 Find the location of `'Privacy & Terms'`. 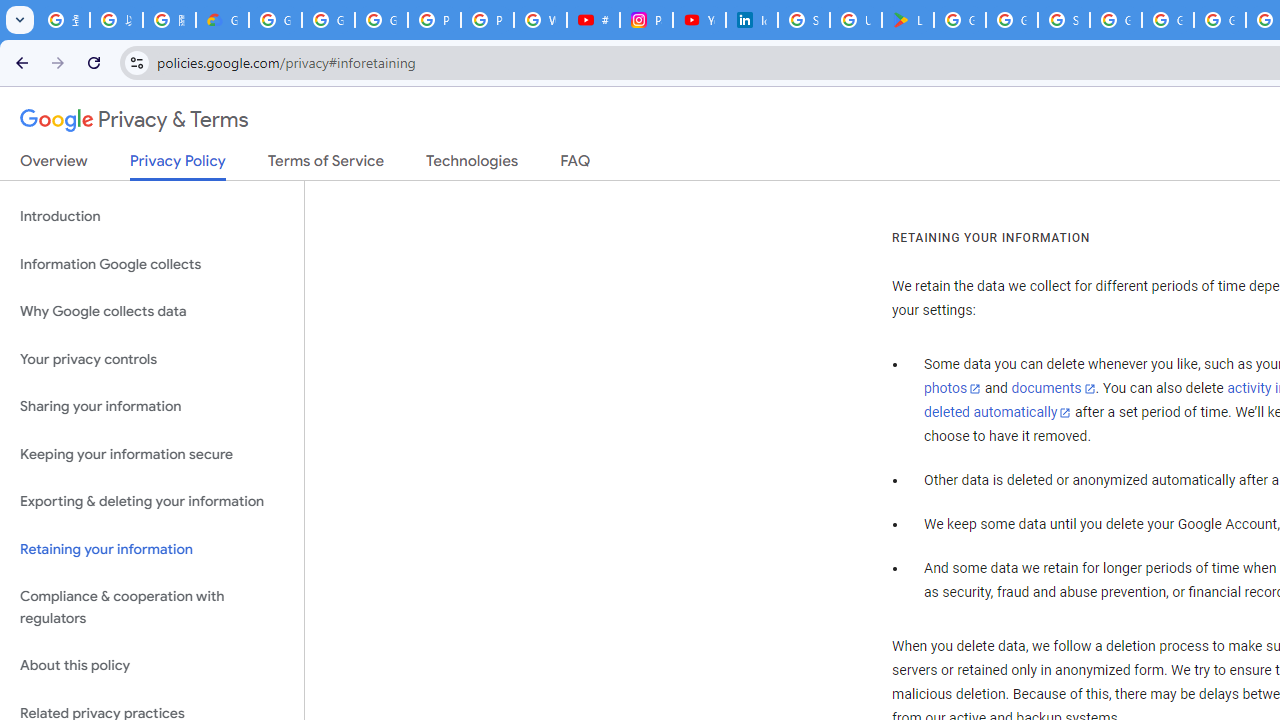

'Privacy & Terms' is located at coordinates (134, 120).